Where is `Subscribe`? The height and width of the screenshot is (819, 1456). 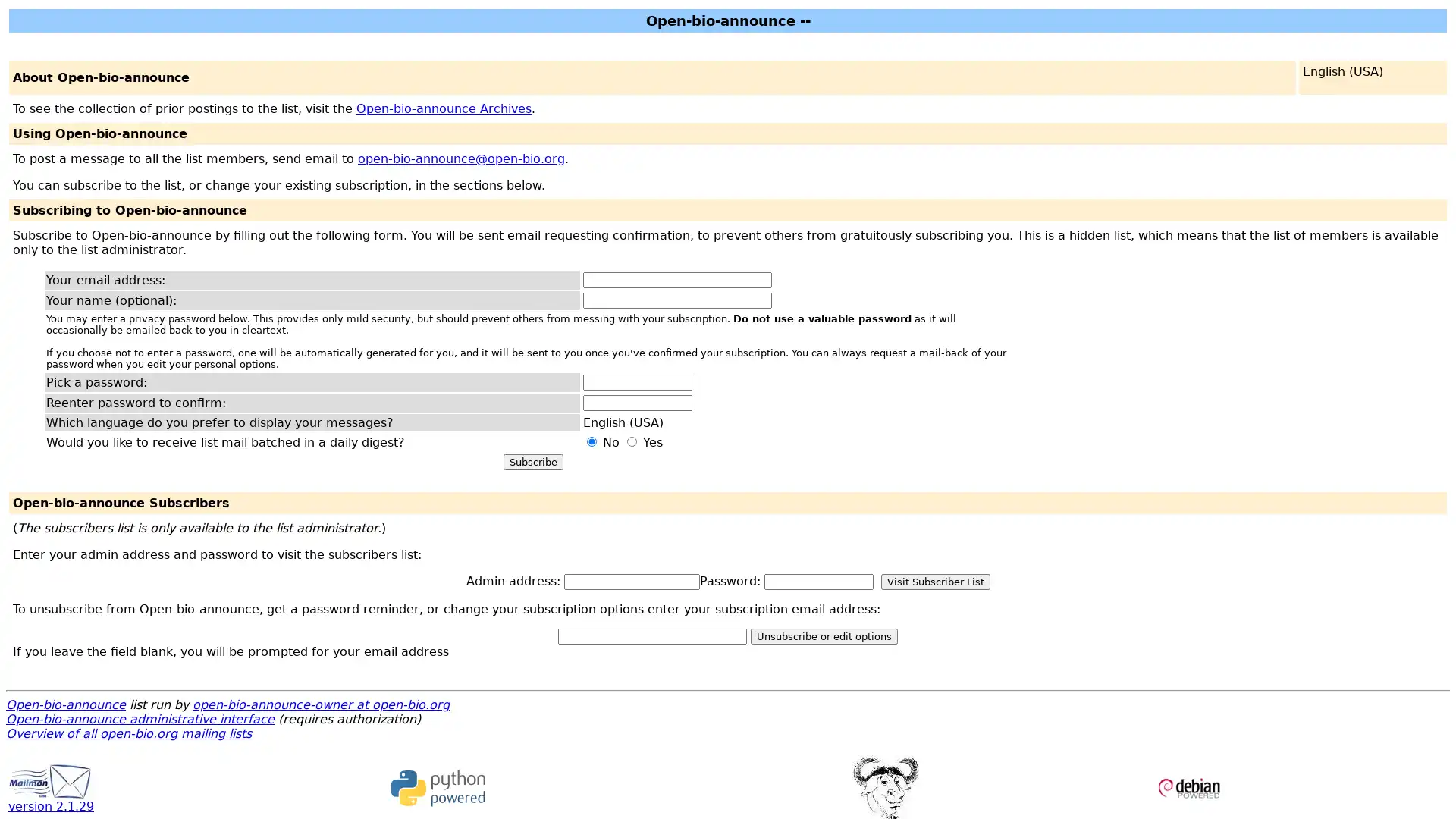 Subscribe is located at coordinates (532, 461).